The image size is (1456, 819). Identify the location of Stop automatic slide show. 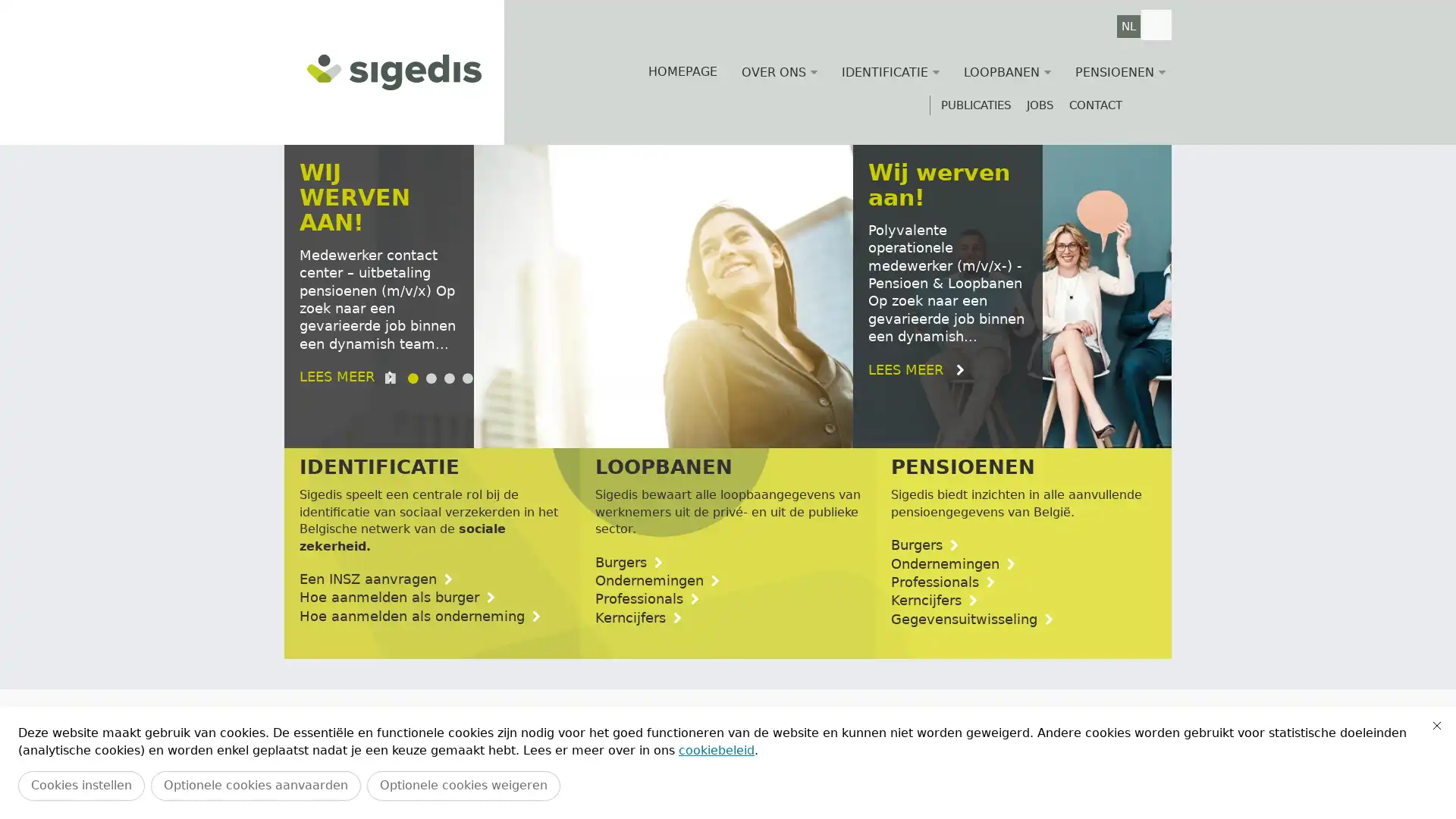
(392, 422).